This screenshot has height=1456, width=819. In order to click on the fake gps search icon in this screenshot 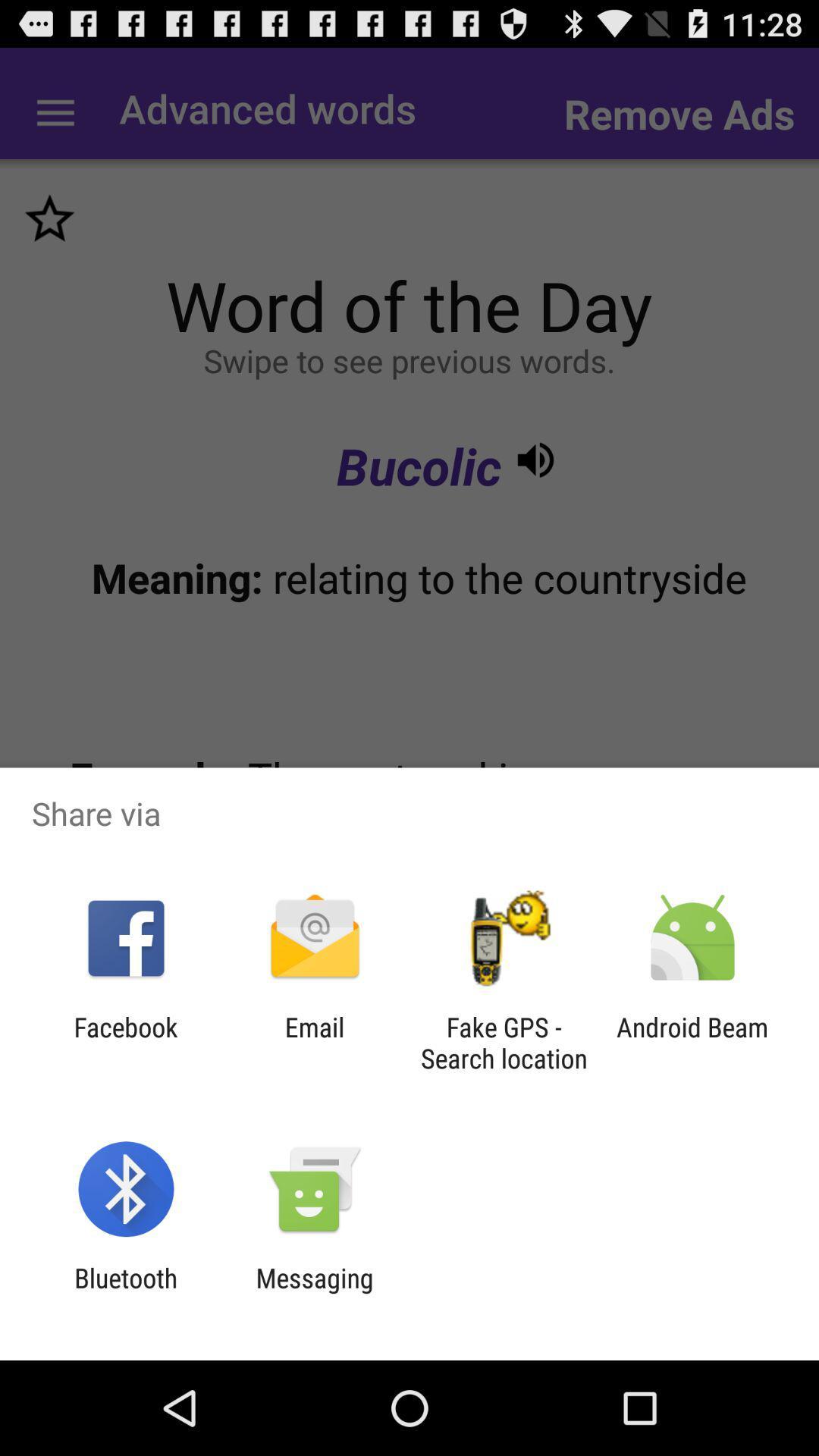, I will do `click(504, 1042)`.